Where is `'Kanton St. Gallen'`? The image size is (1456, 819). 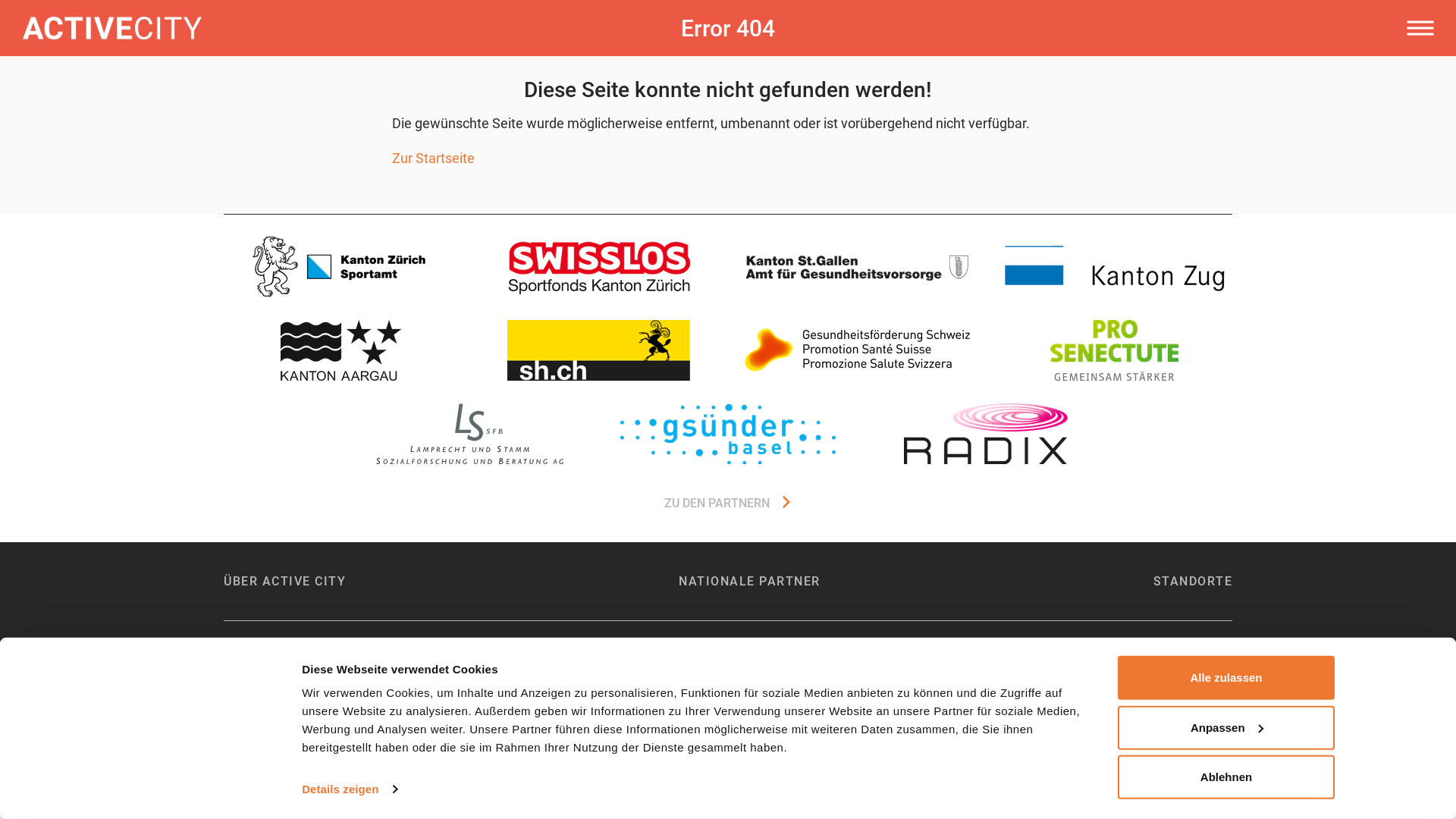
'Kanton St. Gallen' is located at coordinates (856, 265).